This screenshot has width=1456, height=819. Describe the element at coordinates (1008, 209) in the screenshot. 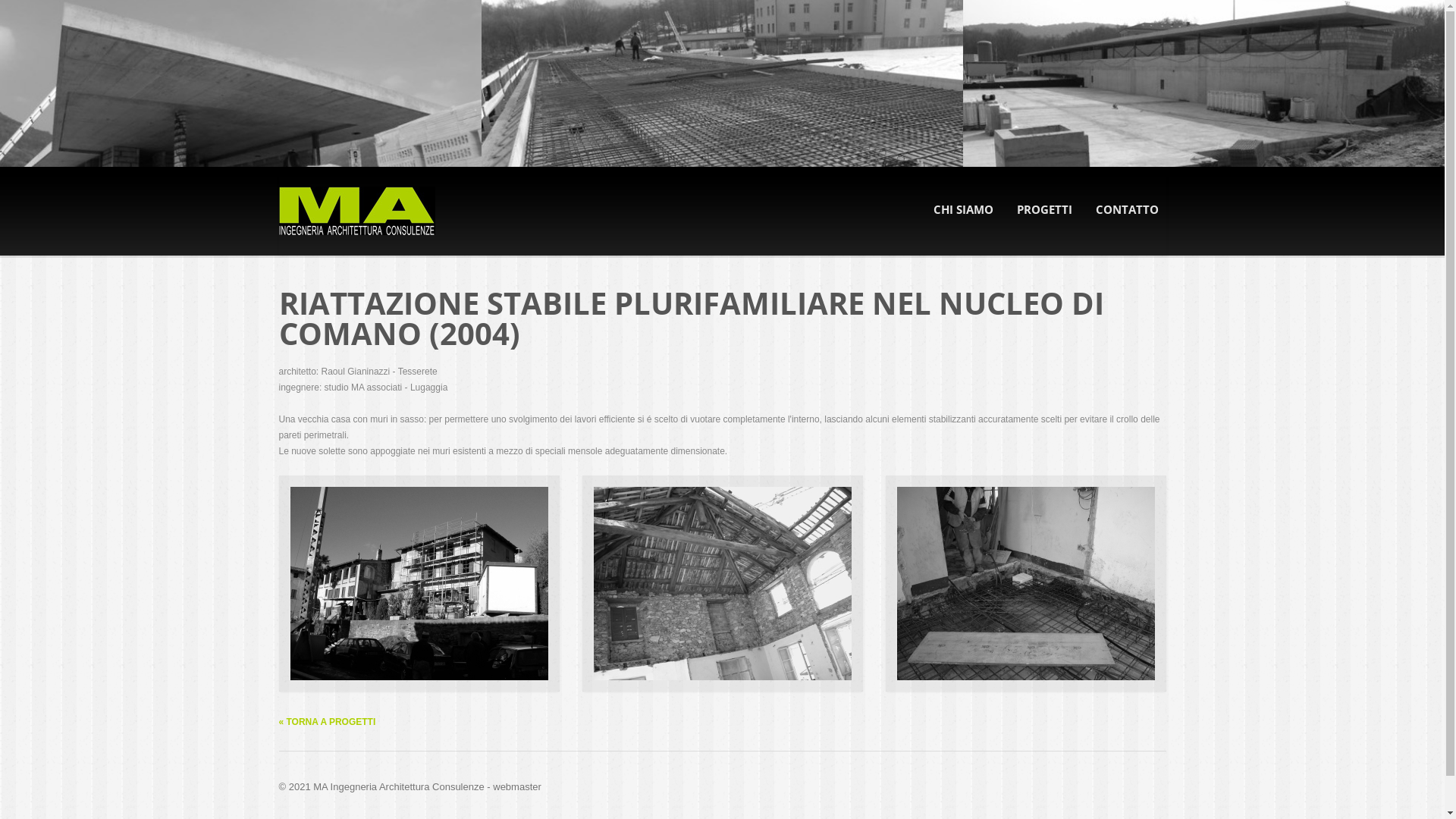

I see `'PROGETTI` at that location.